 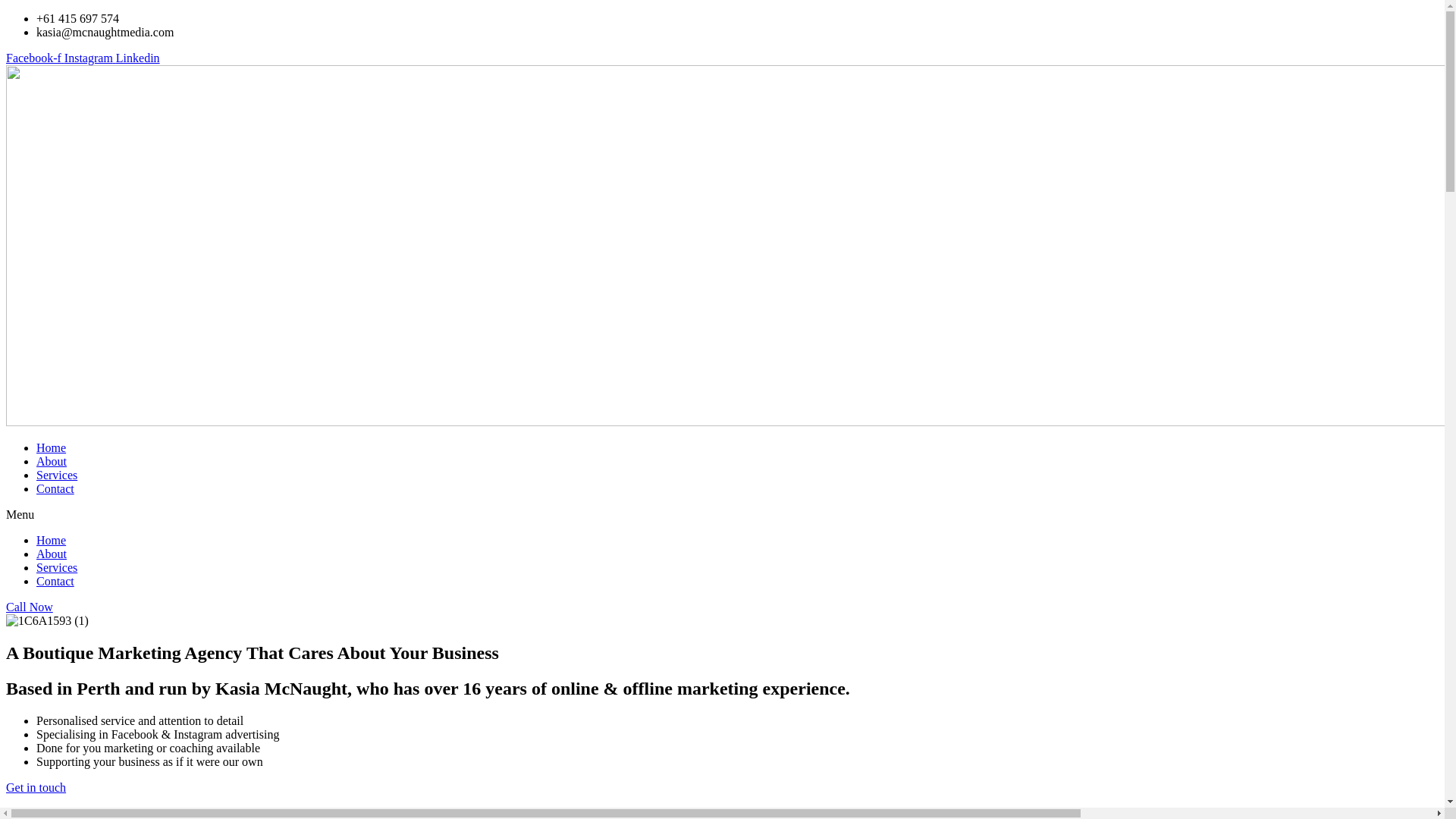 What do you see at coordinates (51, 460) in the screenshot?
I see `'About'` at bounding box center [51, 460].